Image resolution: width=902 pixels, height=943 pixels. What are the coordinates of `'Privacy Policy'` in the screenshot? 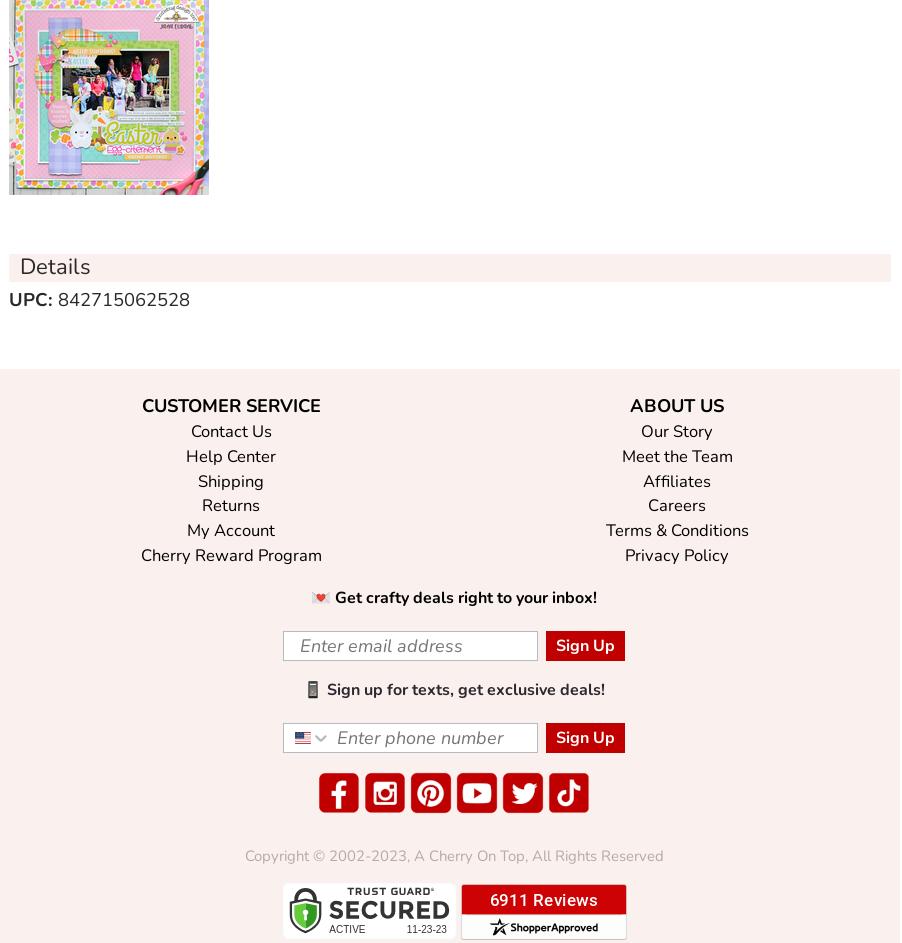 It's located at (676, 555).